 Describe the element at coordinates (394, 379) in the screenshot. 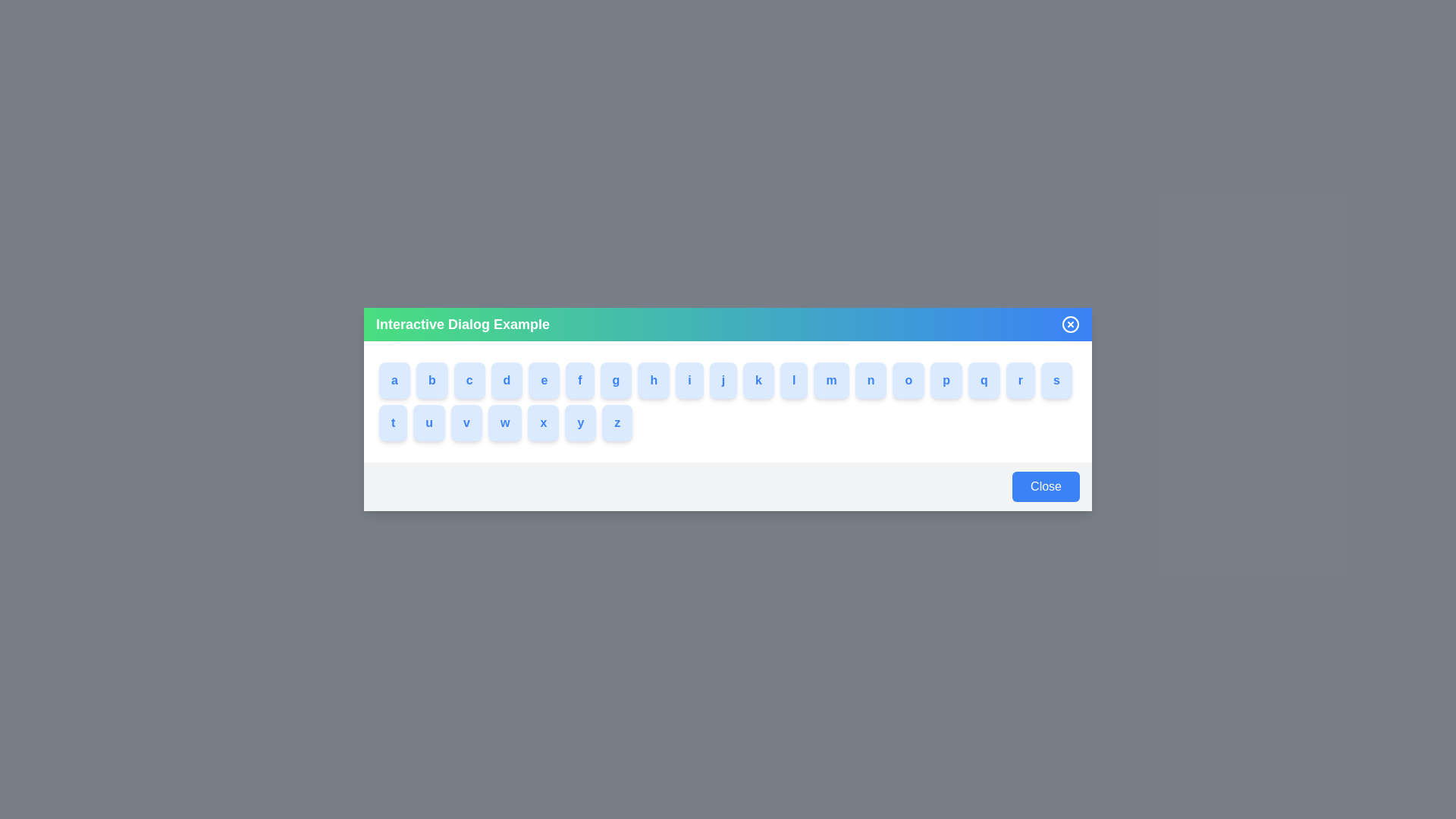

I see `the button labeled with a` at that location.